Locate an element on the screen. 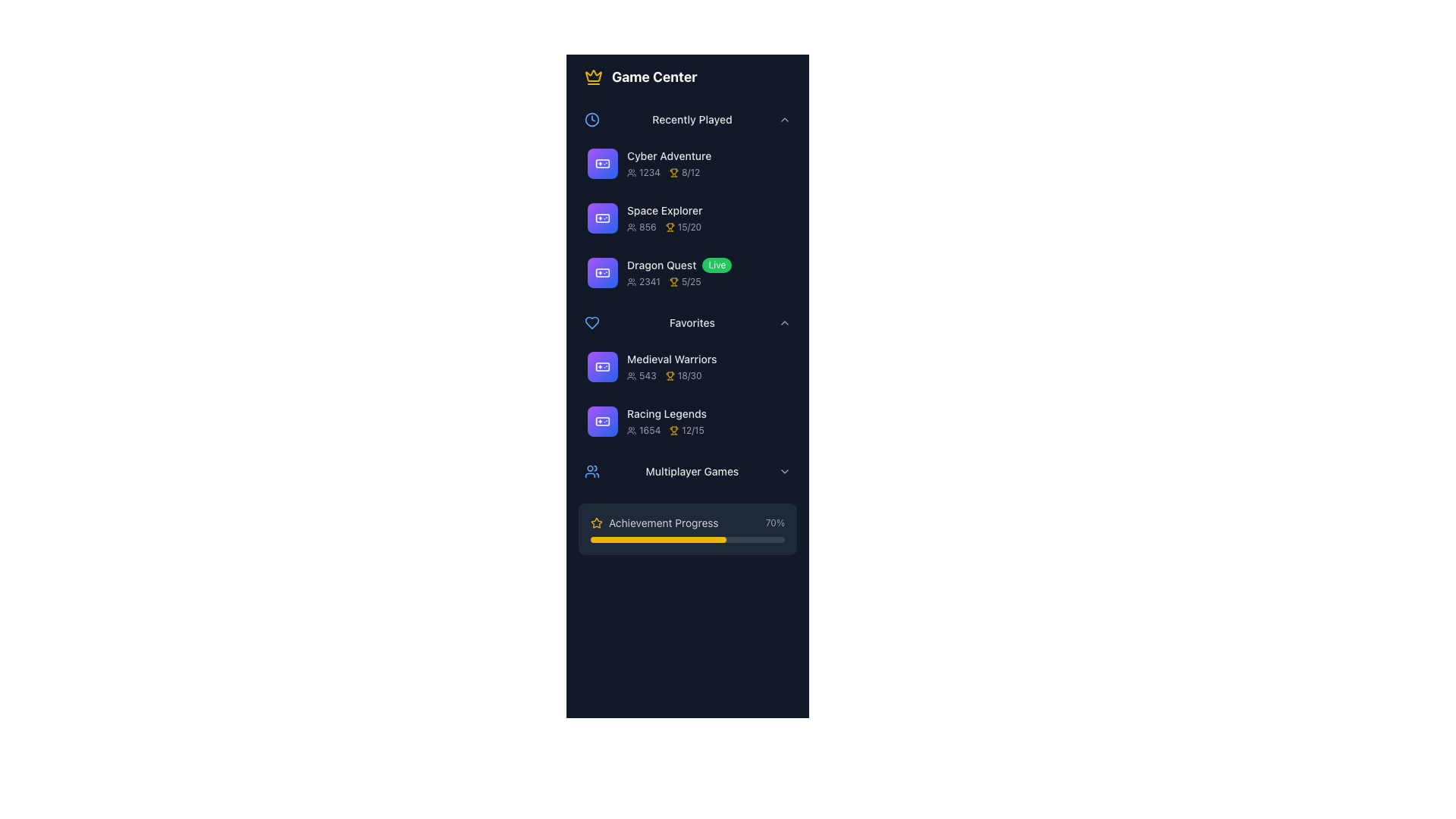 This screenshot has width=1456, height=819. game controller icon located in the middle column of the 'Recently Played' section, which is the third icon after 'Cyber Adventure' and 'Space Explorer' is located at coordinates (602, 271).